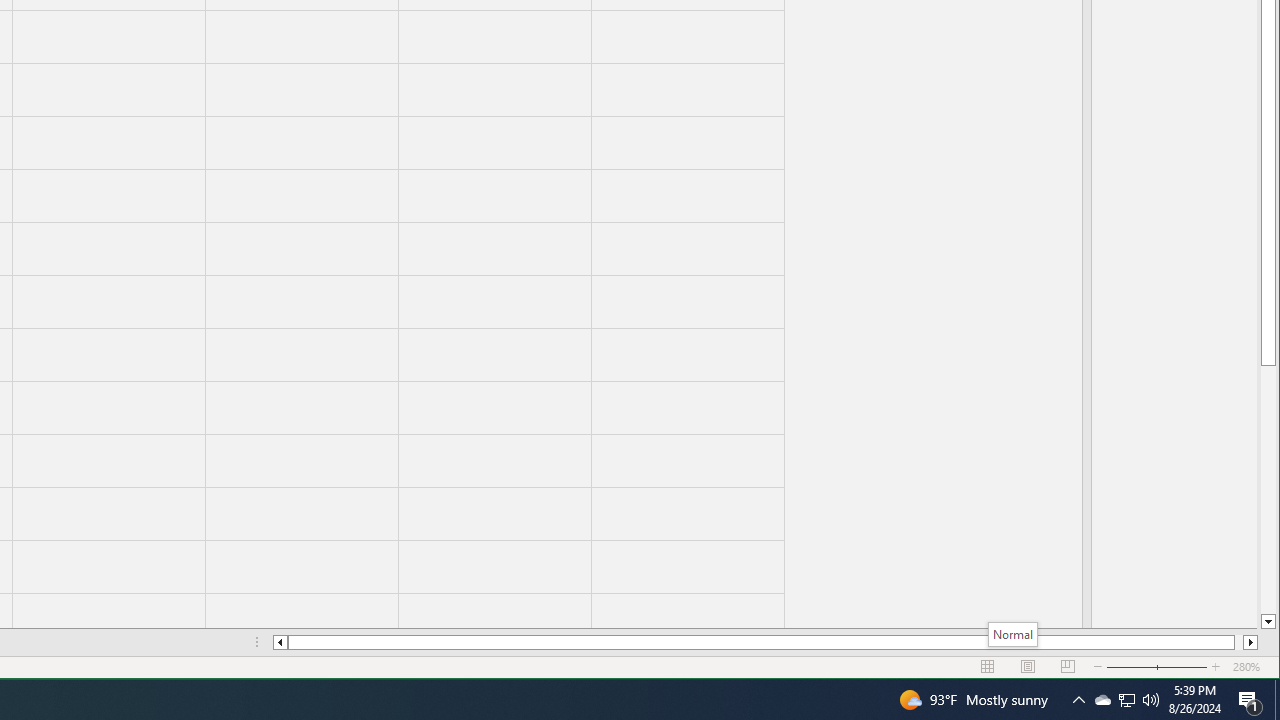 The width and height of the screenshot is (1280, 720). Describe the element at coordinates (278, 642) in the screenshot. I see `'Column left'` at that location.